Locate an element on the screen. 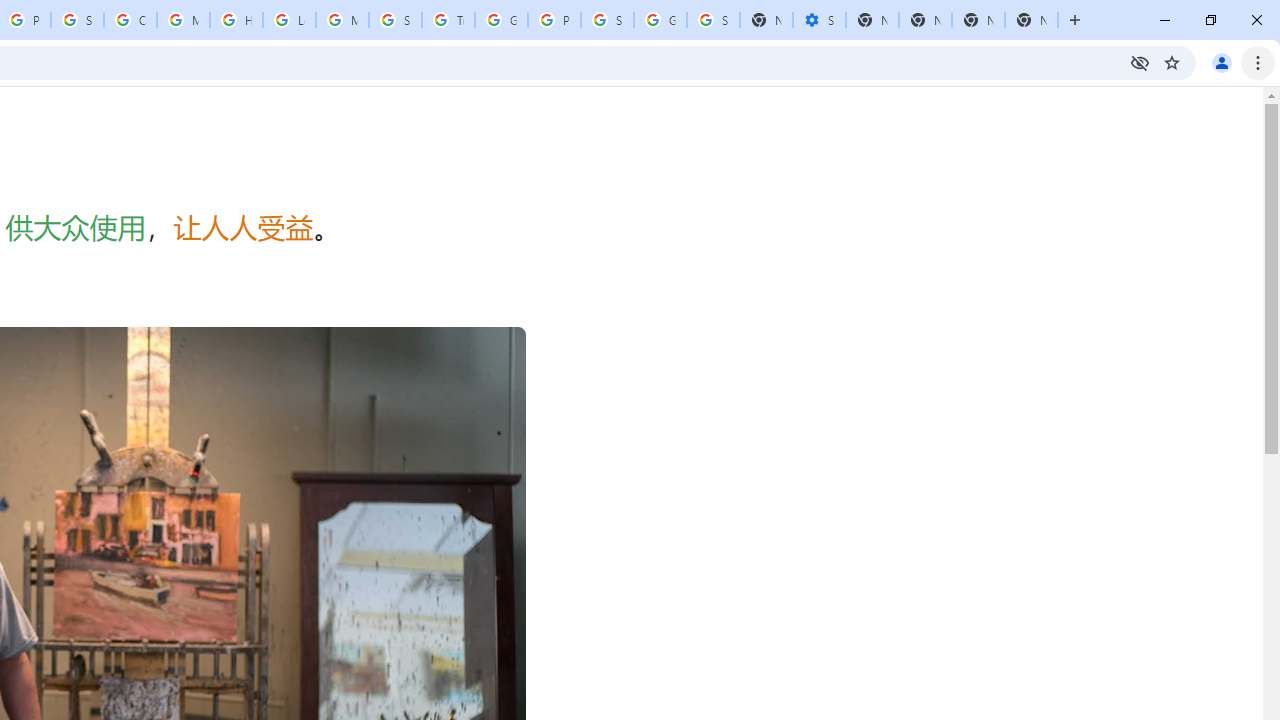 Image resolution: width=1280 pixels, height=720 pixels. 'Search our Doodle Library Collection - Google Doodles' is located at coordinates (395, 20).